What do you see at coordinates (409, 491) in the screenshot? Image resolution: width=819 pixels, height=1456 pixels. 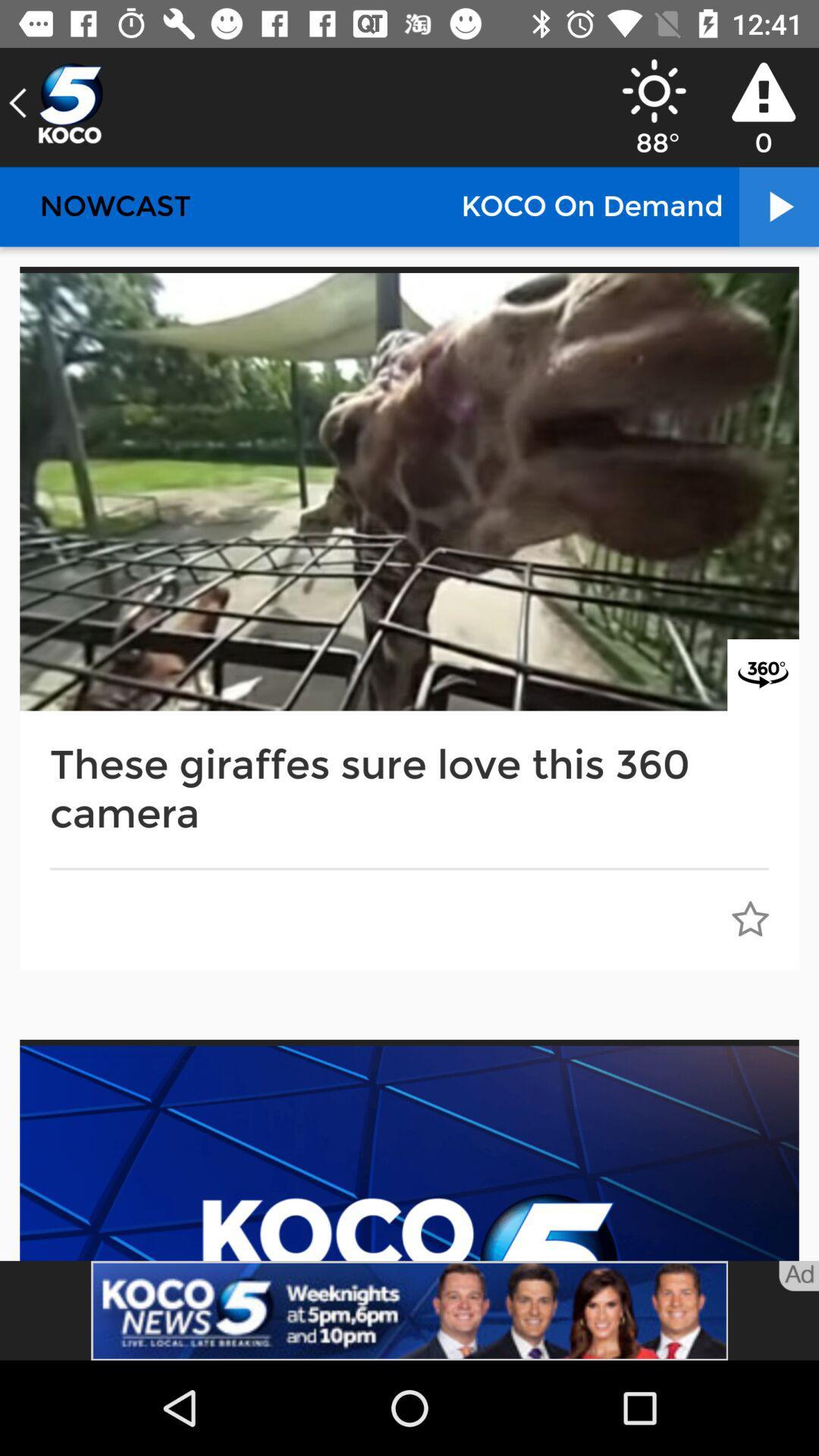 I see `the image below nowcast` at bounding box center [409, 491].